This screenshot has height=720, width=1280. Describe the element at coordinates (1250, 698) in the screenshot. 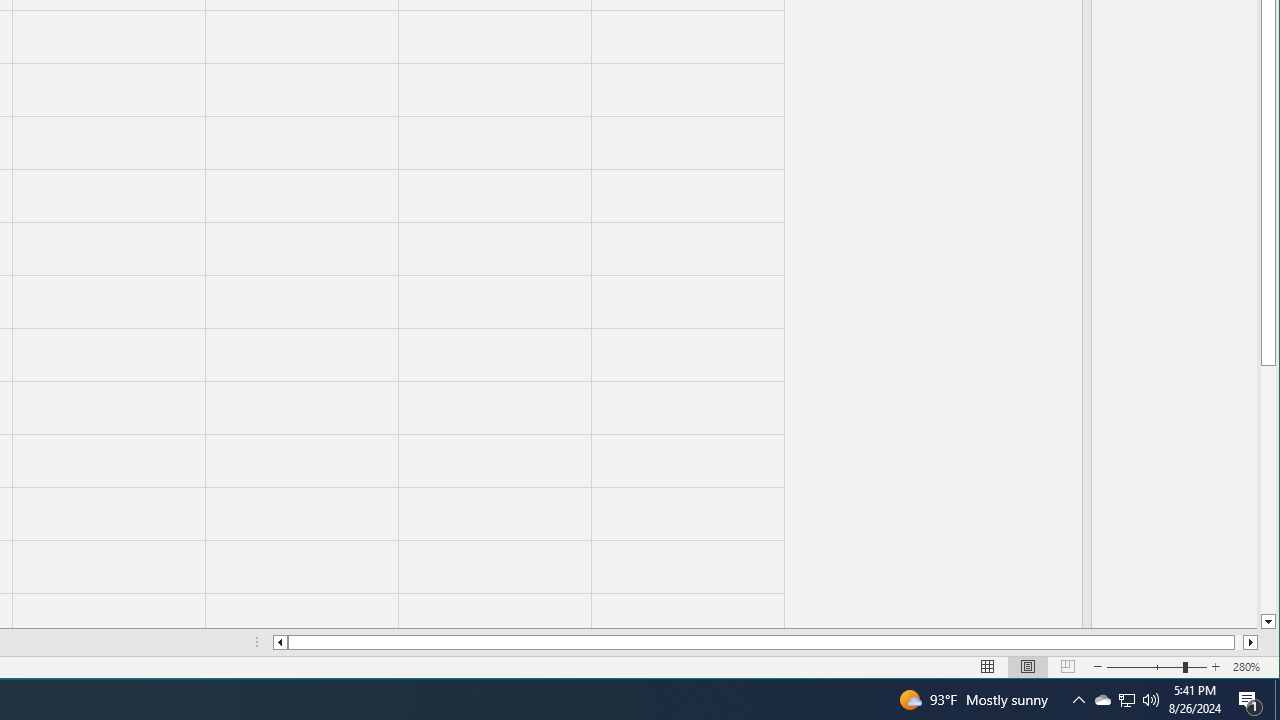

I see `'Action Center, 1 new notification'` at that location.